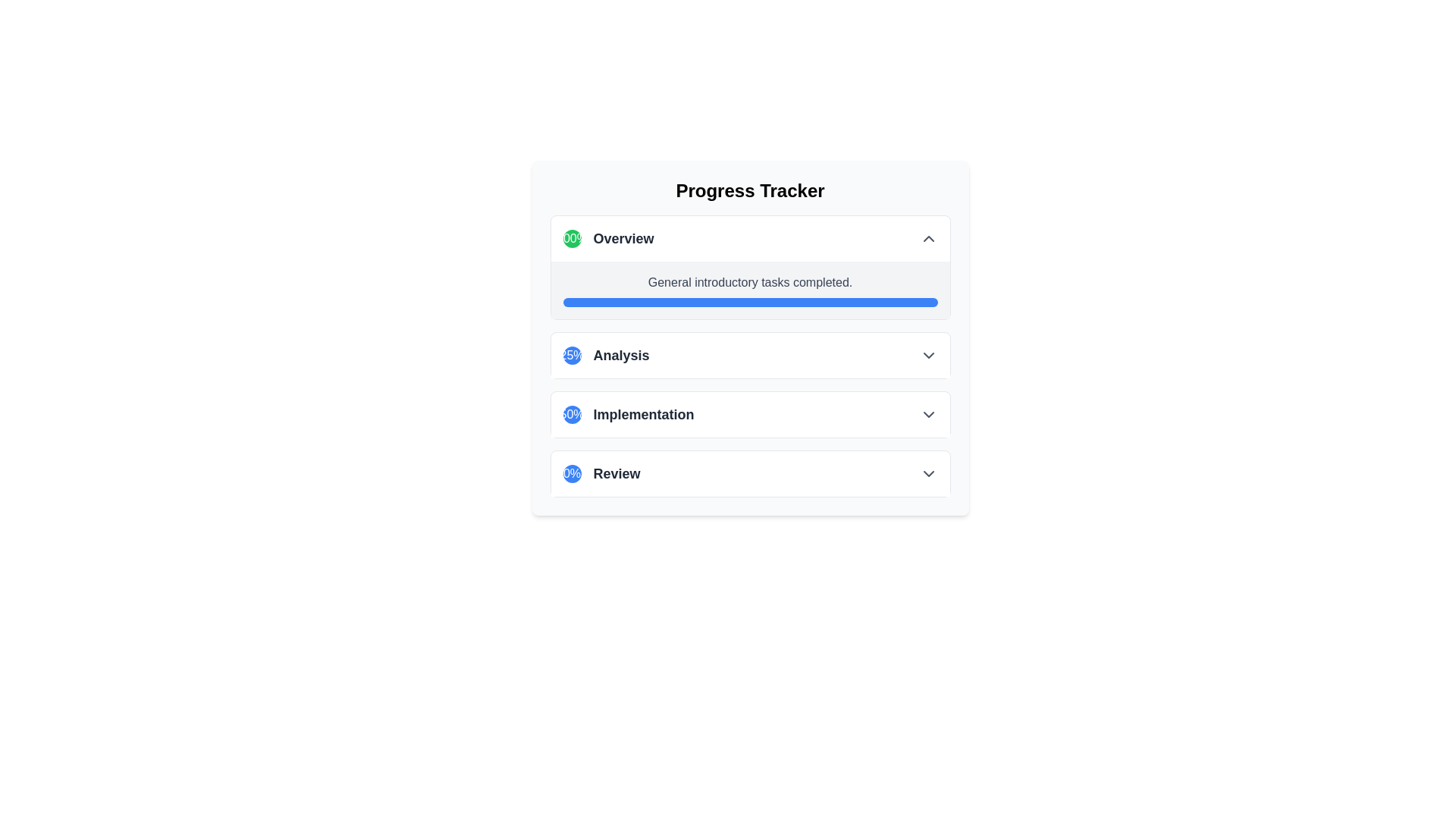  Describe the element at coordinates (571, 239) in the screenshot. I see `the decorative badge displaying '100%' that is located to the left of the 'Overview' label within the 'Progress Tracker' card` at that location.